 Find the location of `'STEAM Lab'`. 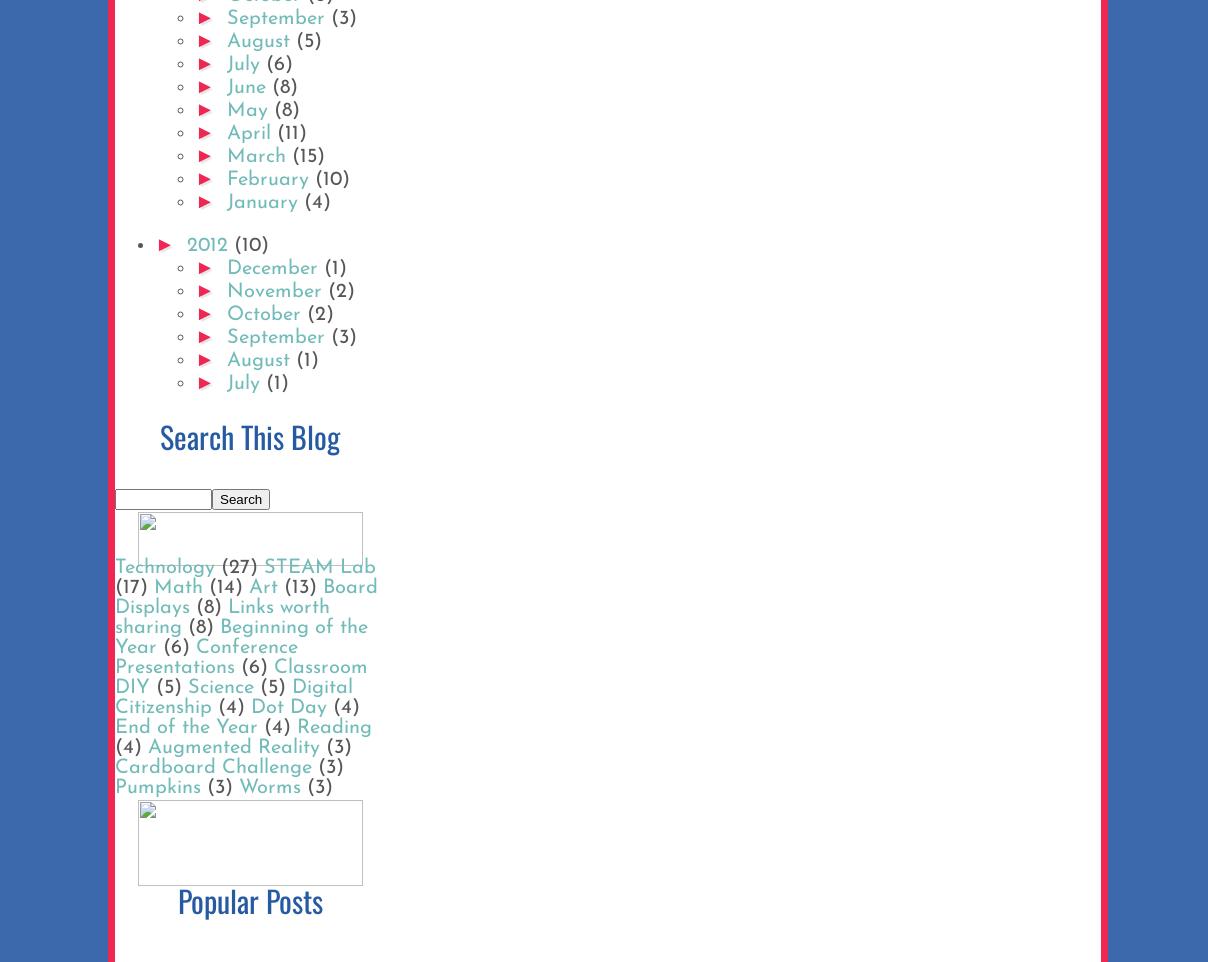

'STEAM Lab' is located at coordinates (318, 567).